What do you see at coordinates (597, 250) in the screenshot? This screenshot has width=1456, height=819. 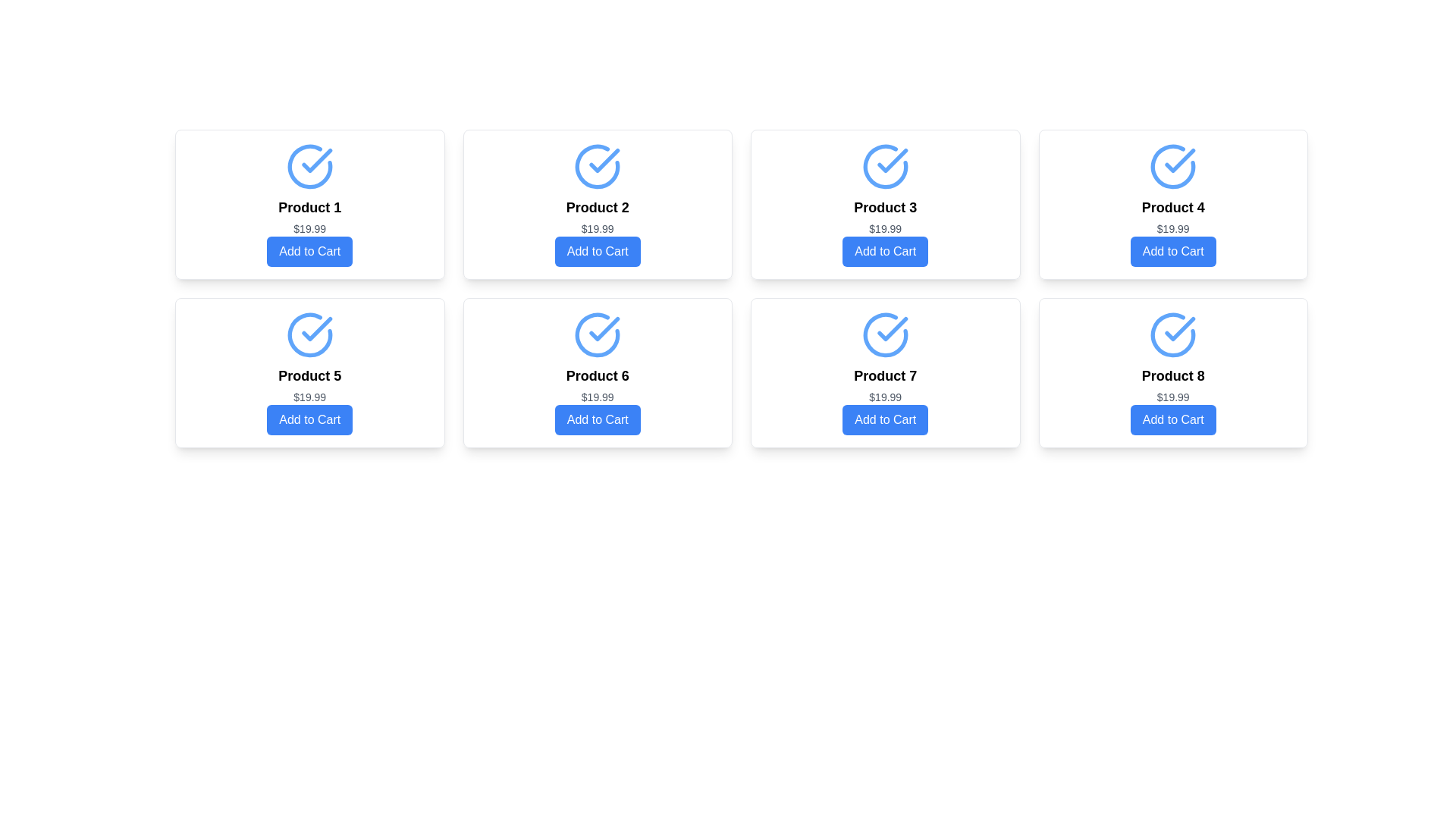 I see `the blue 'Add to Cart' button located at the bottom-center of the 'Product 2' card` at bounding box center [597, 250].